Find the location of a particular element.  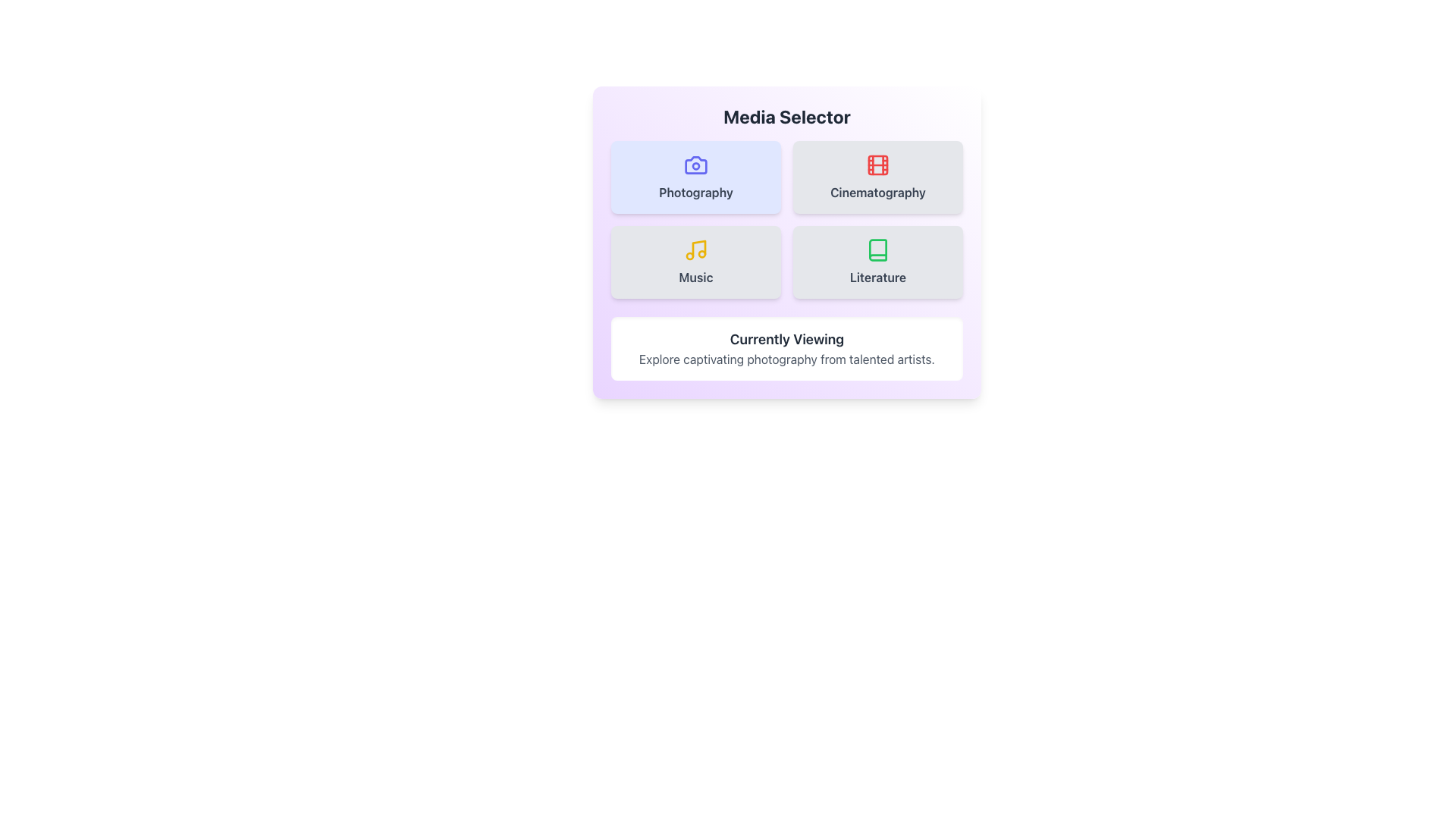

the musical note icon with a yellow stroke inside the gray square button labeled 'Music' located in the lower-left section of the Media Selector interface is located at coordinates (698, 247).